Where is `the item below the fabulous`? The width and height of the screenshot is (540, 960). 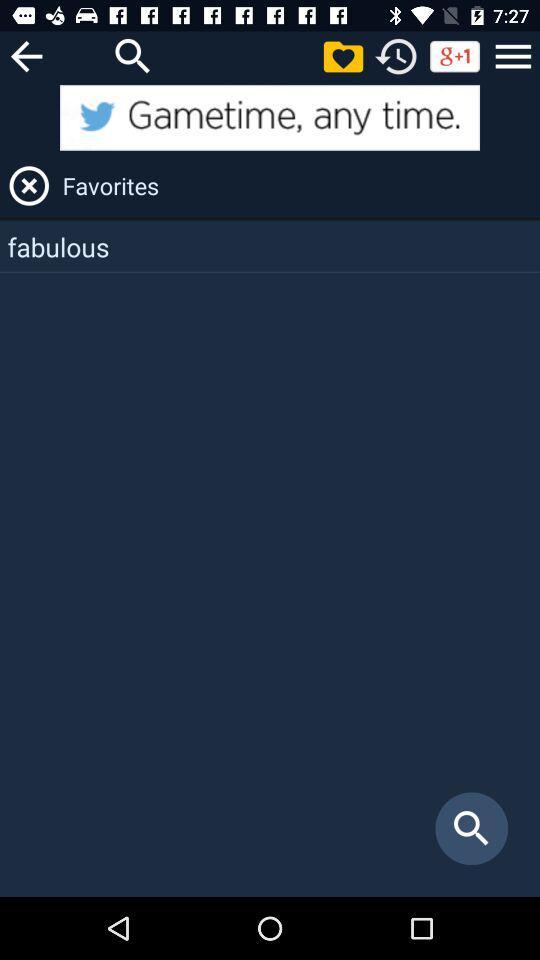 the item below the fabulous is located at coordinates (471, 828).